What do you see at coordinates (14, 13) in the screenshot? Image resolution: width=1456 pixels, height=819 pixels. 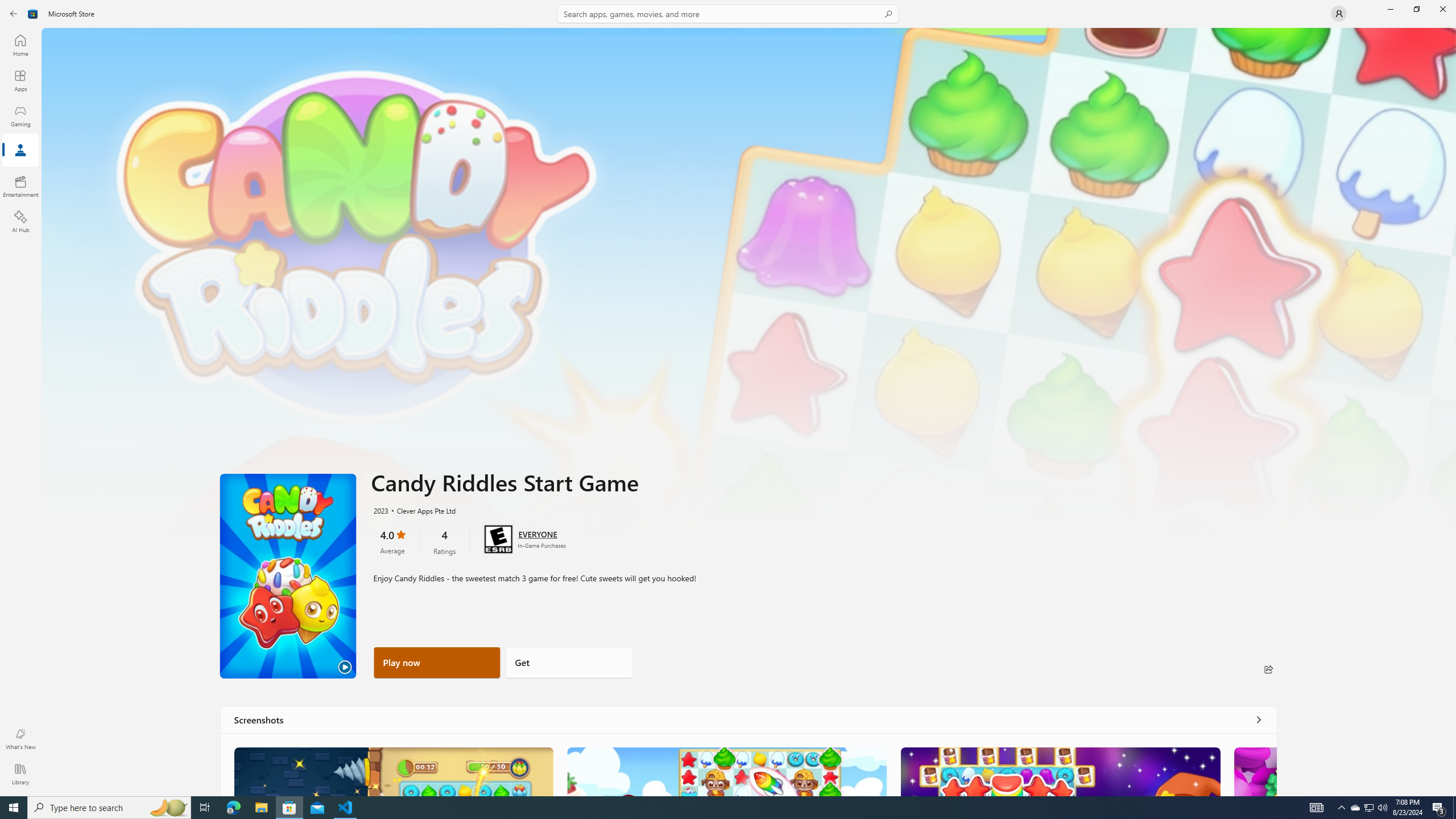 I see `'Back'` at bounding box center [14, 13].